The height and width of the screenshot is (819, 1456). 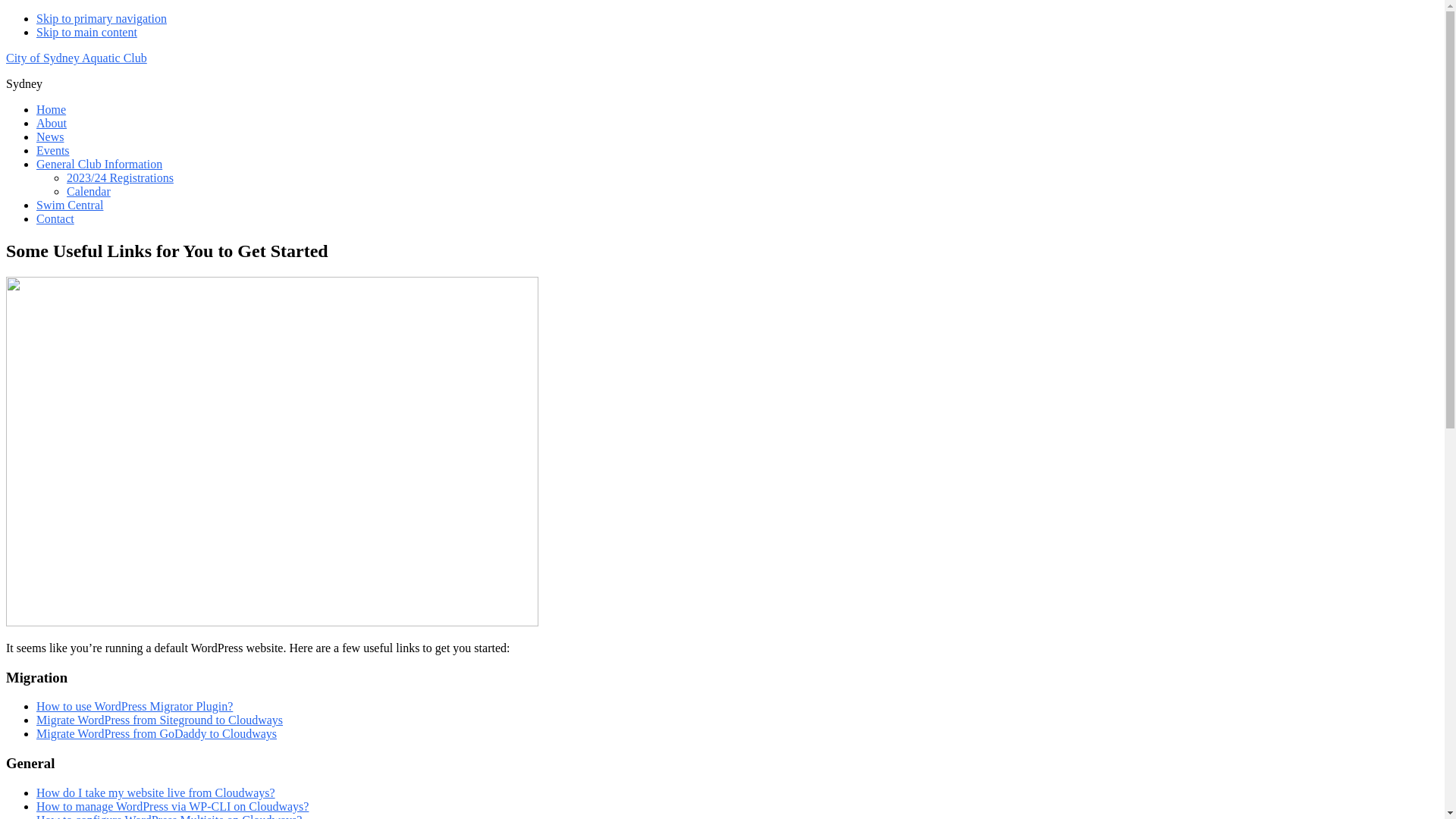 I want to click on 'Calendar', so click(x=87, y=190).